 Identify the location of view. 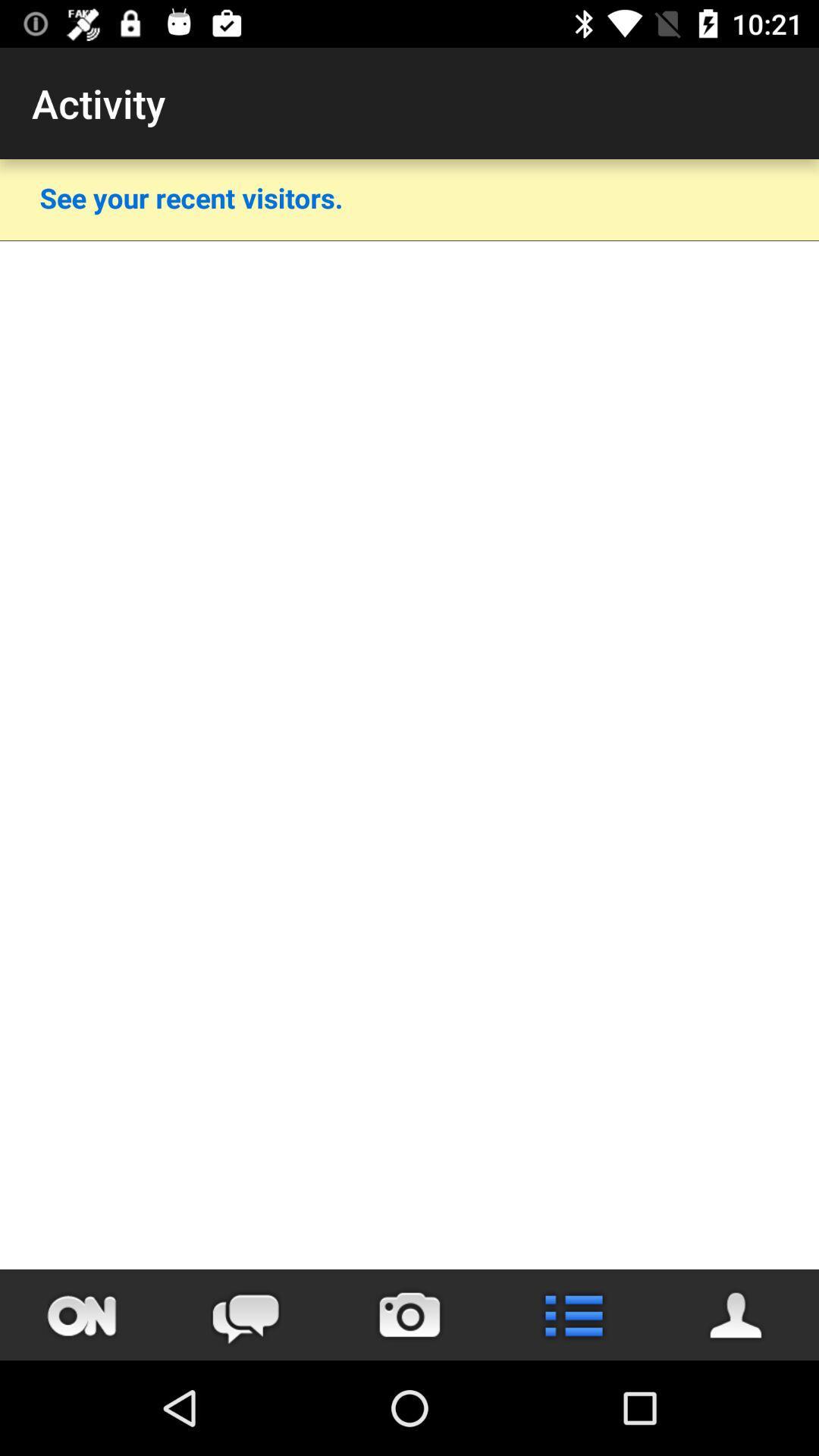
(736, 1314).